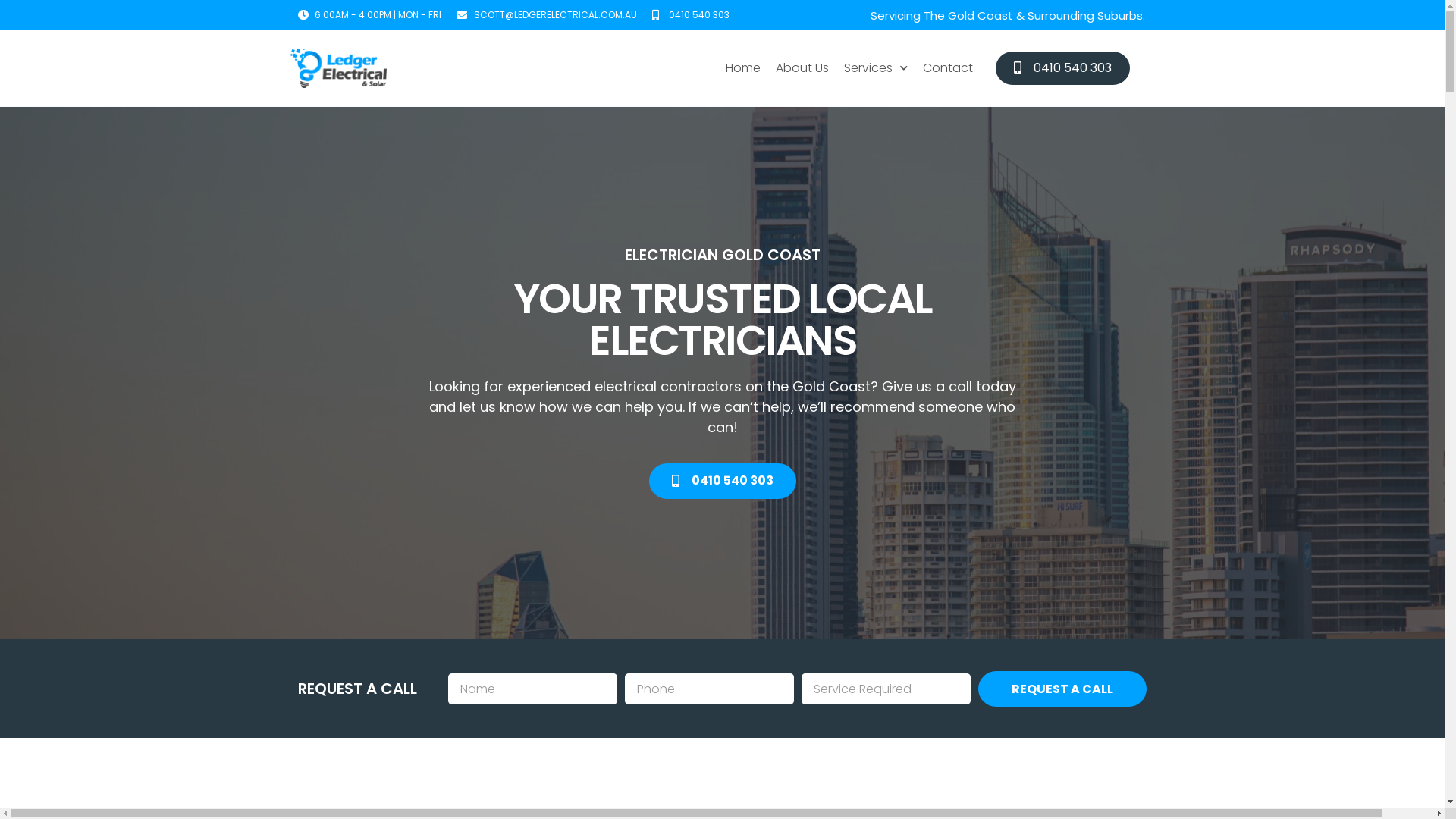 The image size is (1456, 819). I want to click on 'About Us', so click(801, 67).